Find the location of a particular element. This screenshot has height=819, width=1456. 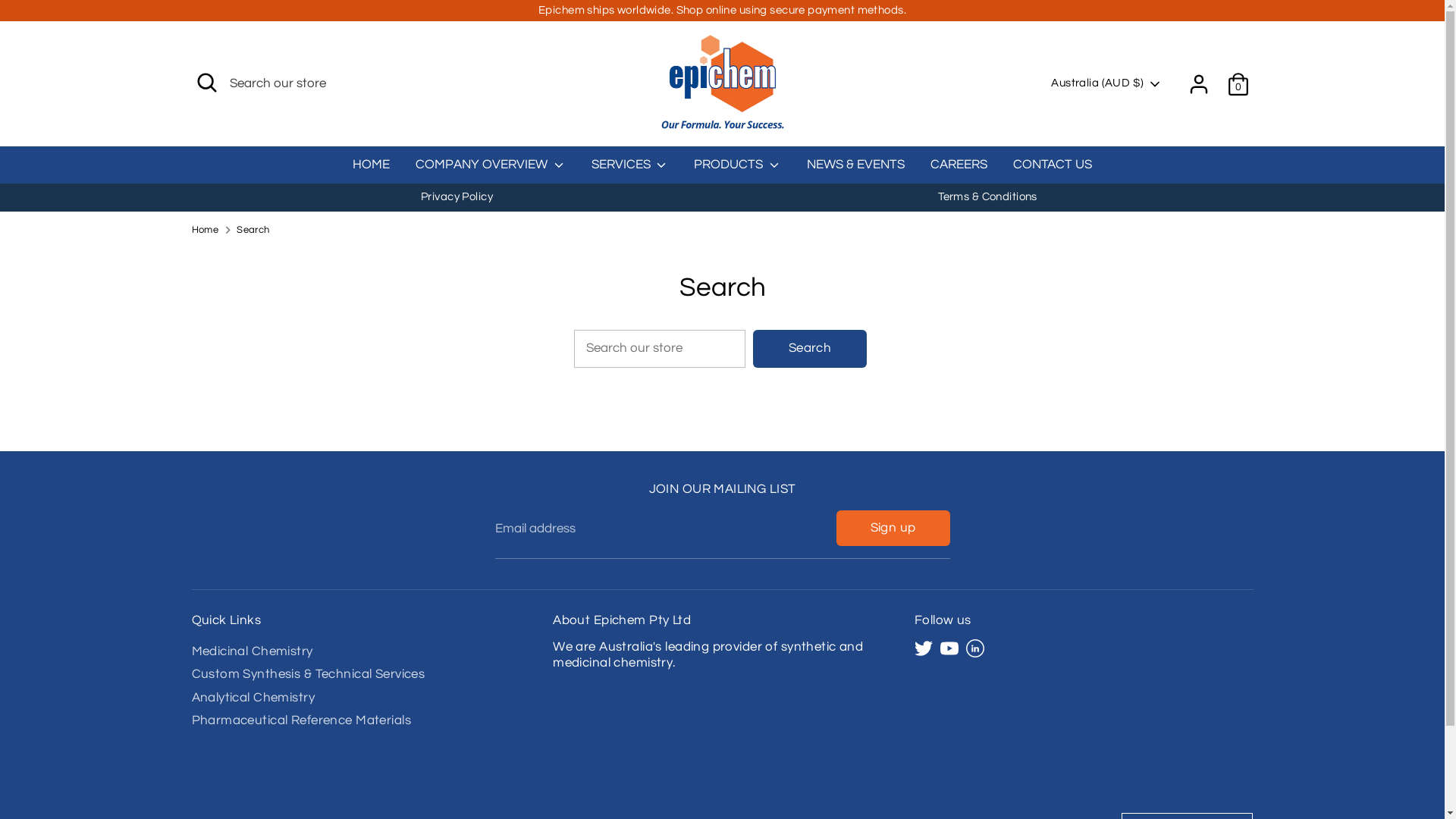

'Home' is located at coordinates (203, 230).